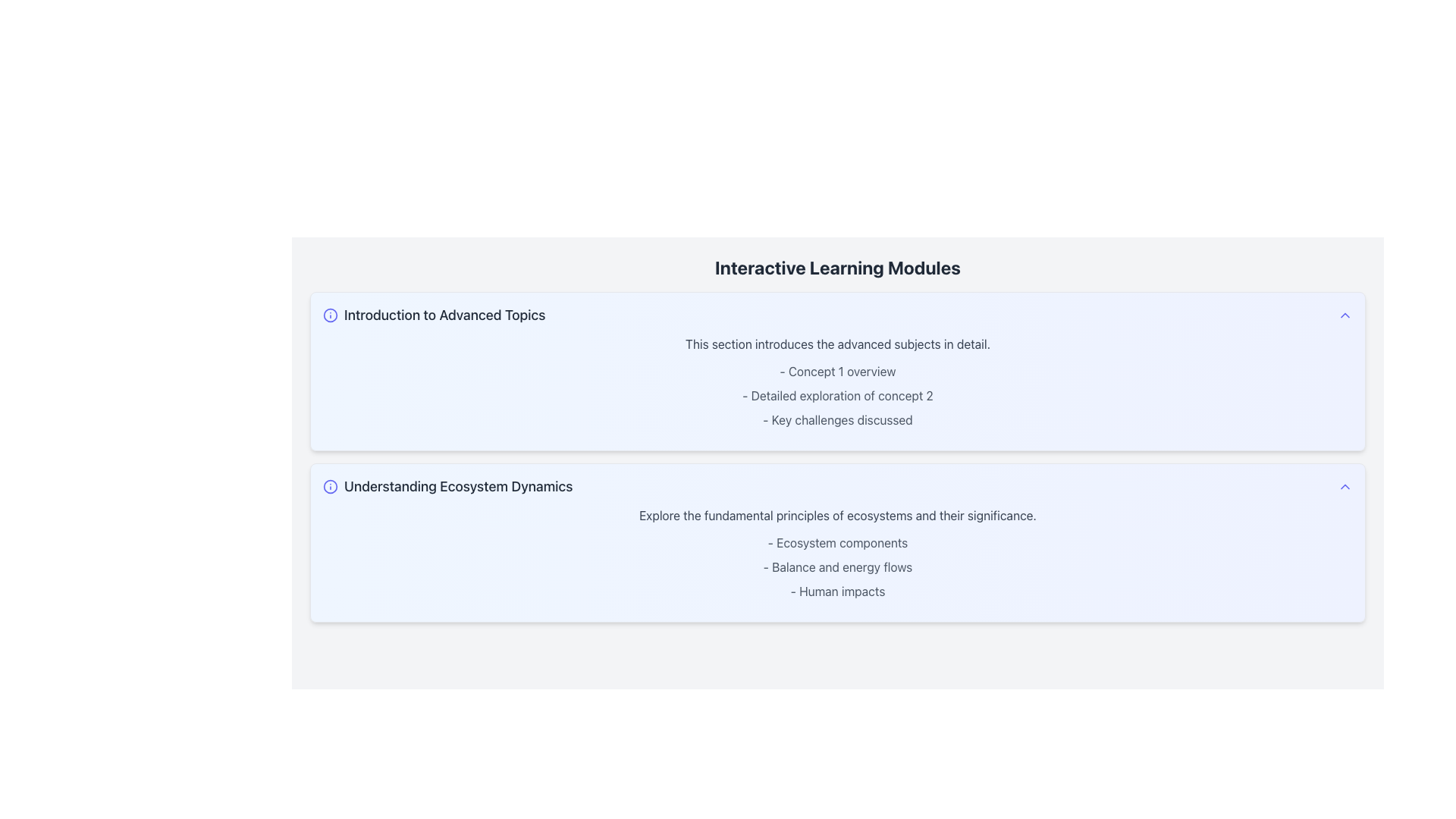 The width and height of the screenshot is (1456, 819). Describe the element at coordinates (1345, 315) in the screenshot. I see `the IconButton at the rightmost edge of the row for 'Introduction to Advanced Topics'` at that location.